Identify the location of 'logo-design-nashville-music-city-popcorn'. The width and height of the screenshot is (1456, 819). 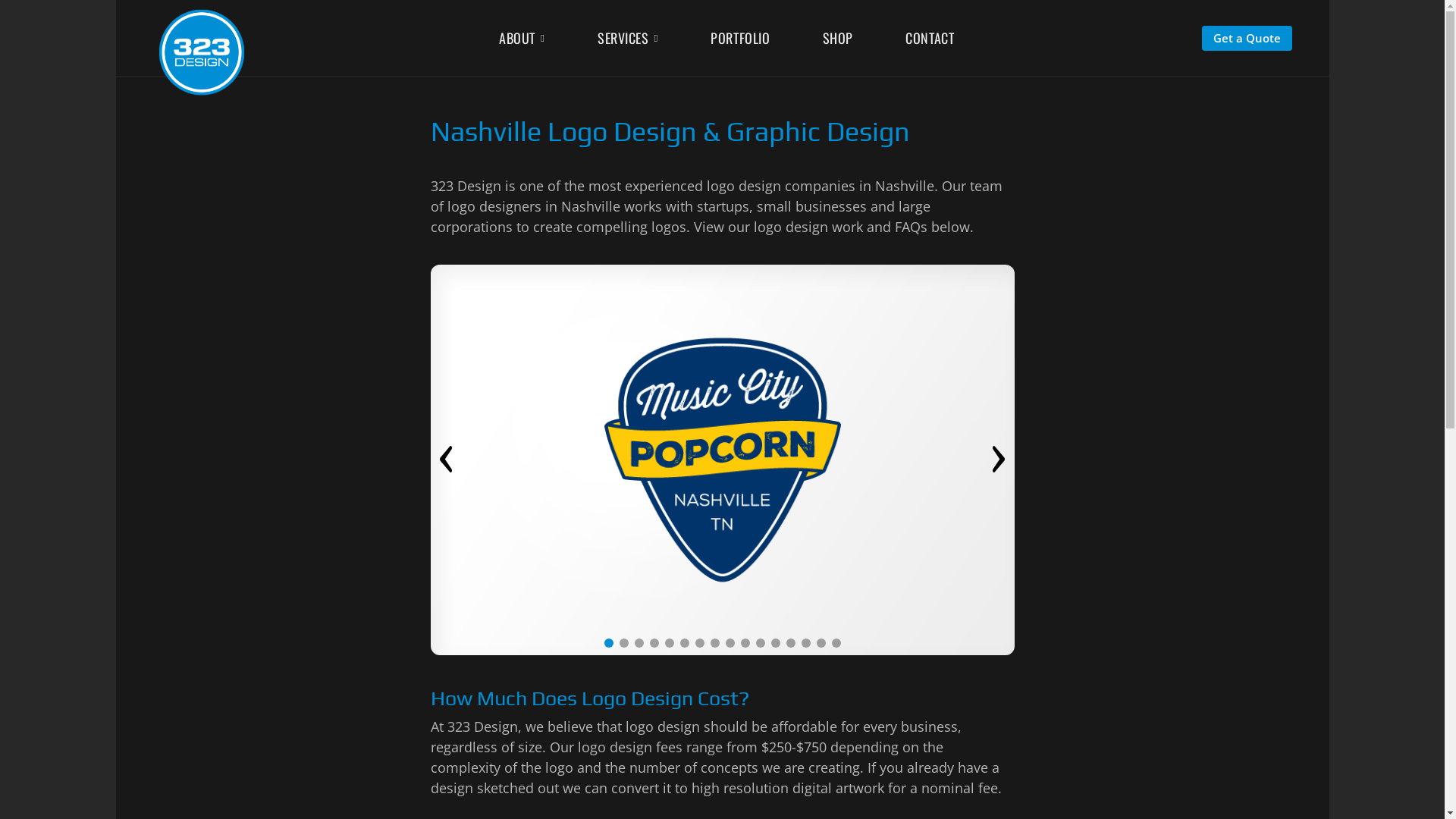
(722, 459).